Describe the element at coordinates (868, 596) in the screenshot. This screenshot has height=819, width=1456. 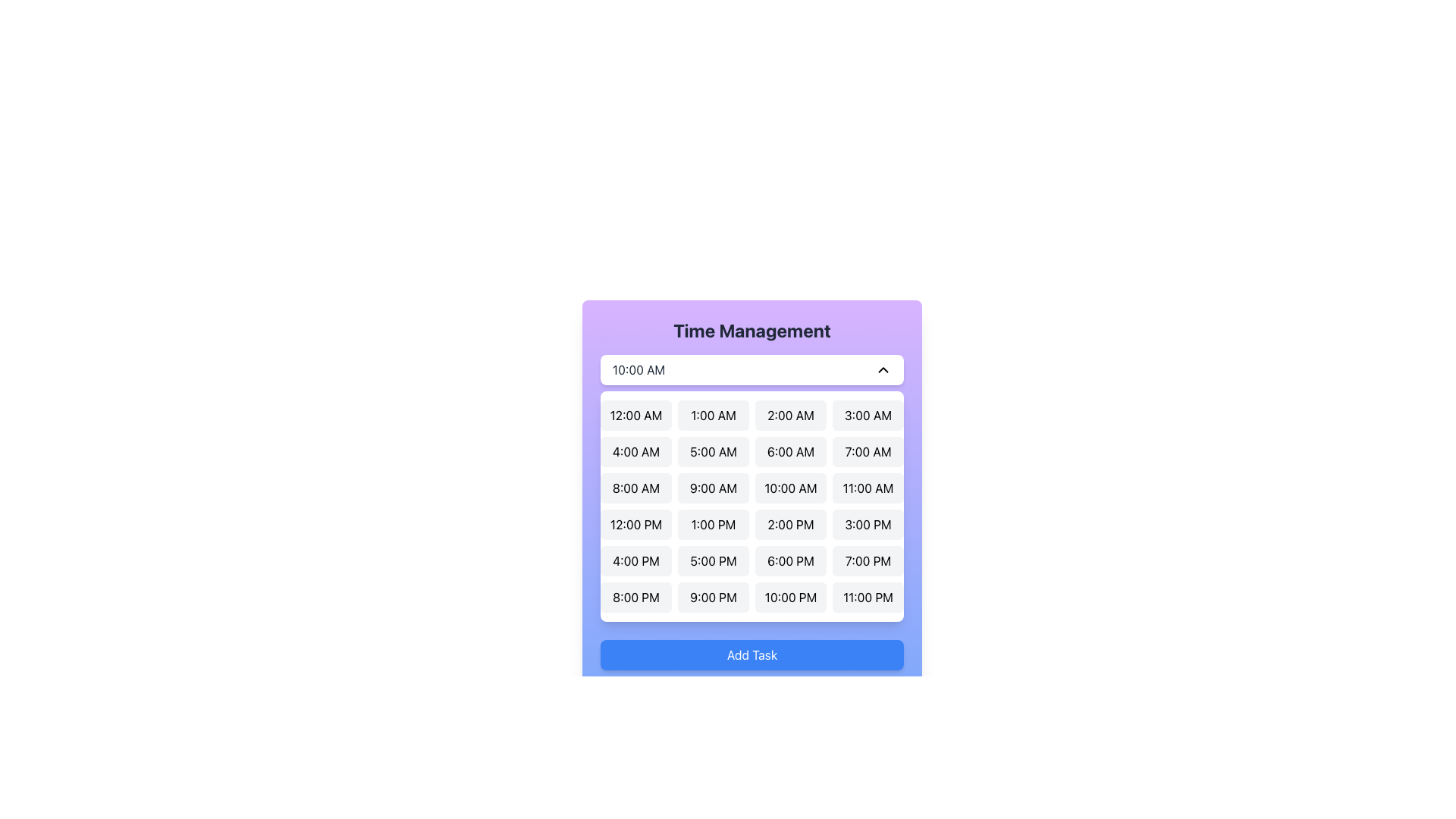
I see `the button labeled '11:00 PM' in the bottom-right corner of the Time Management interface` at that location.